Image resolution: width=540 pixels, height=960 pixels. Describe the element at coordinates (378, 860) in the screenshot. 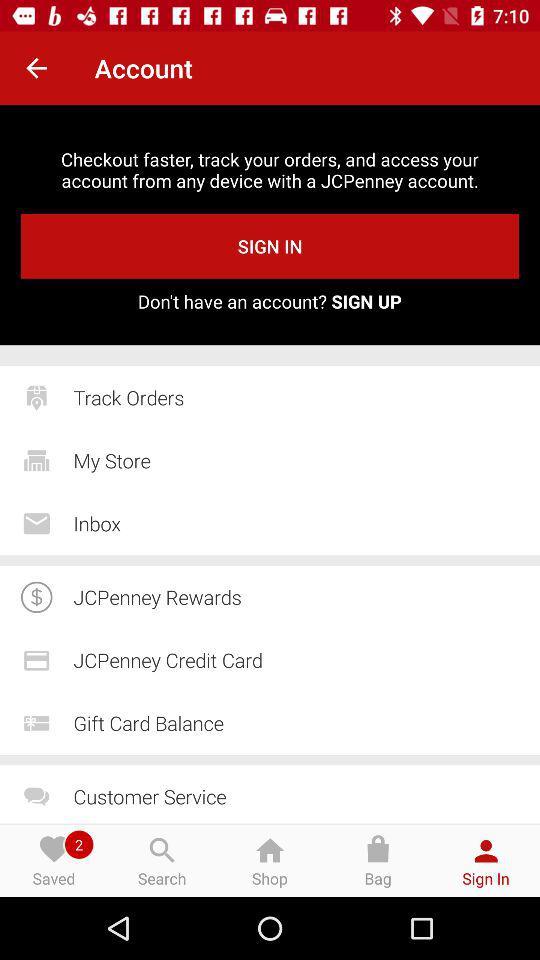

I see `bag at the bottom of the page` at that location.